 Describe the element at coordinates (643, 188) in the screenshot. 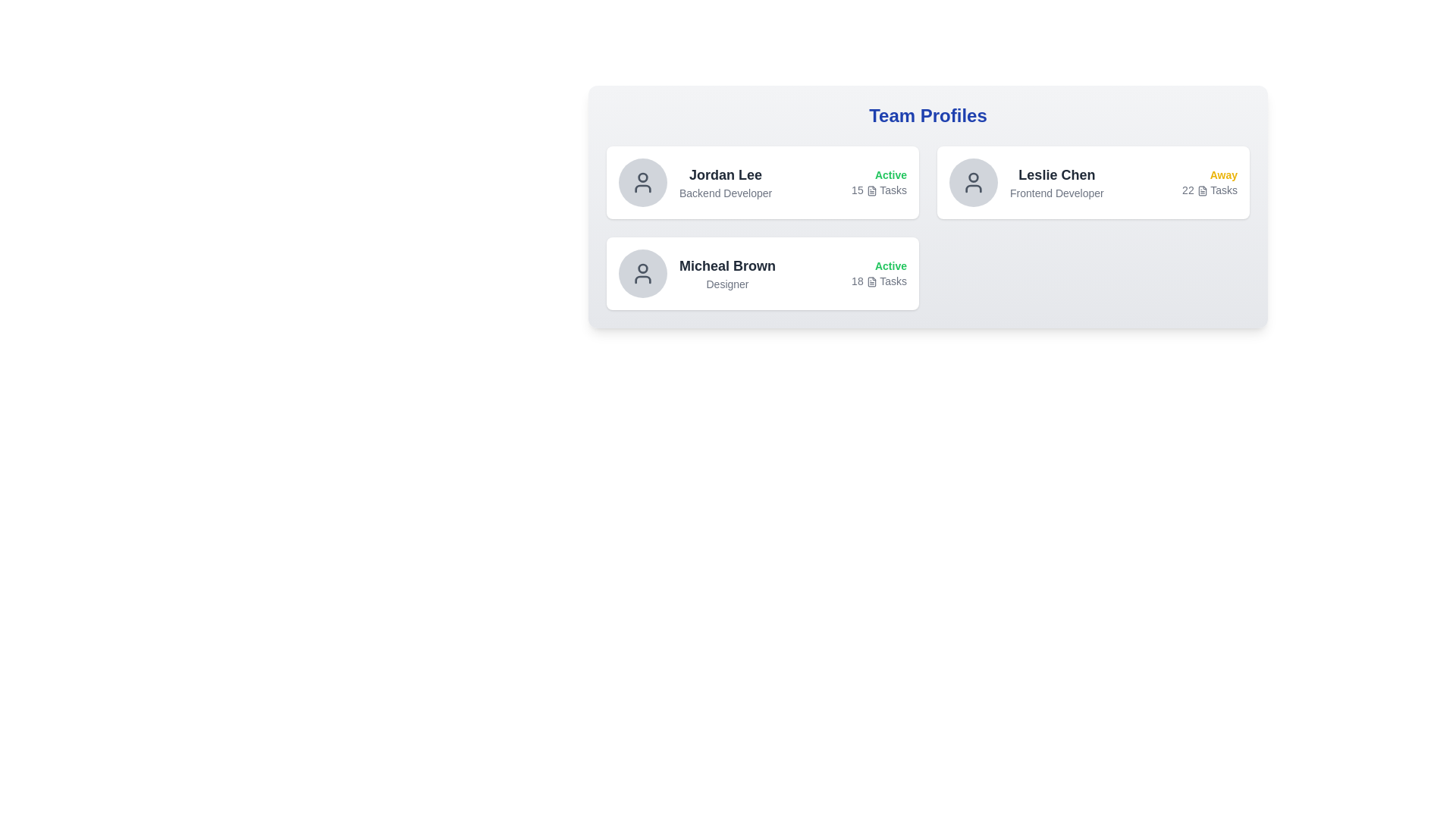

I see `the lower body part of the user icon representing the 'Jordan Lee' profile card, located in the top-left section of the 'Team Profiles' interface` at that location.